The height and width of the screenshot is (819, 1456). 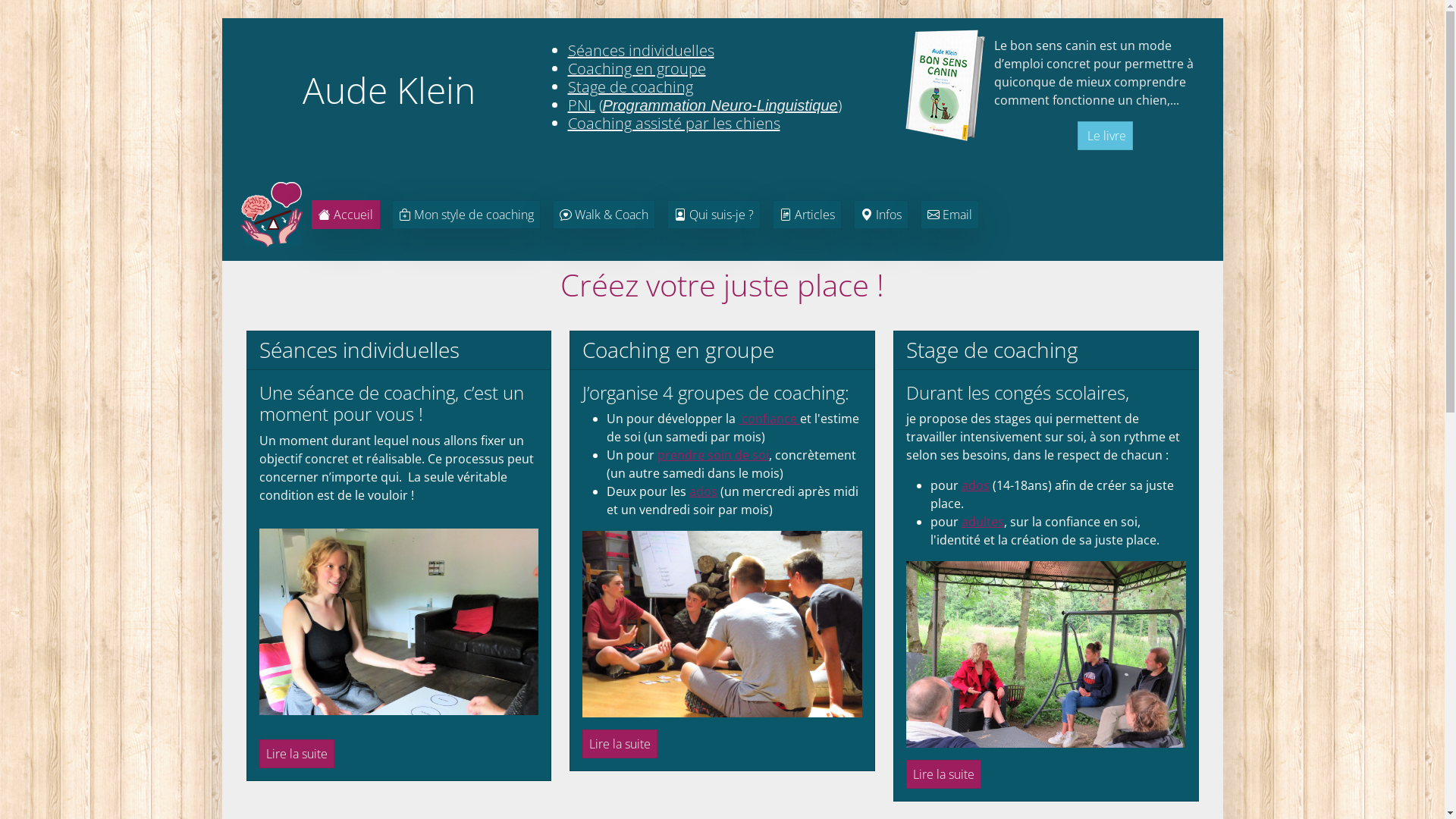 What do you see at coordinates (712, 454) in the screenshot?
I see `'prendre soin de soi'` at bounding box center [712, 454].